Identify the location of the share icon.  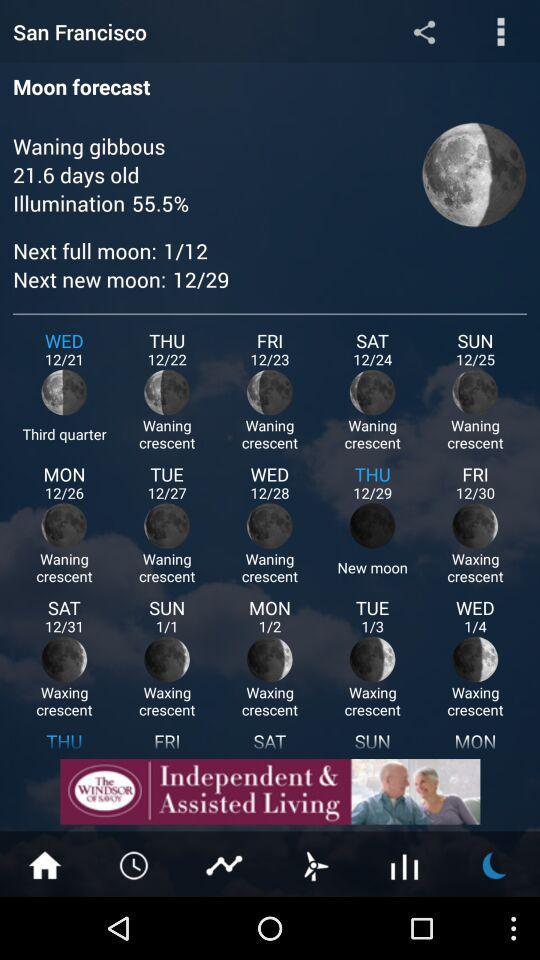
(423, 33).